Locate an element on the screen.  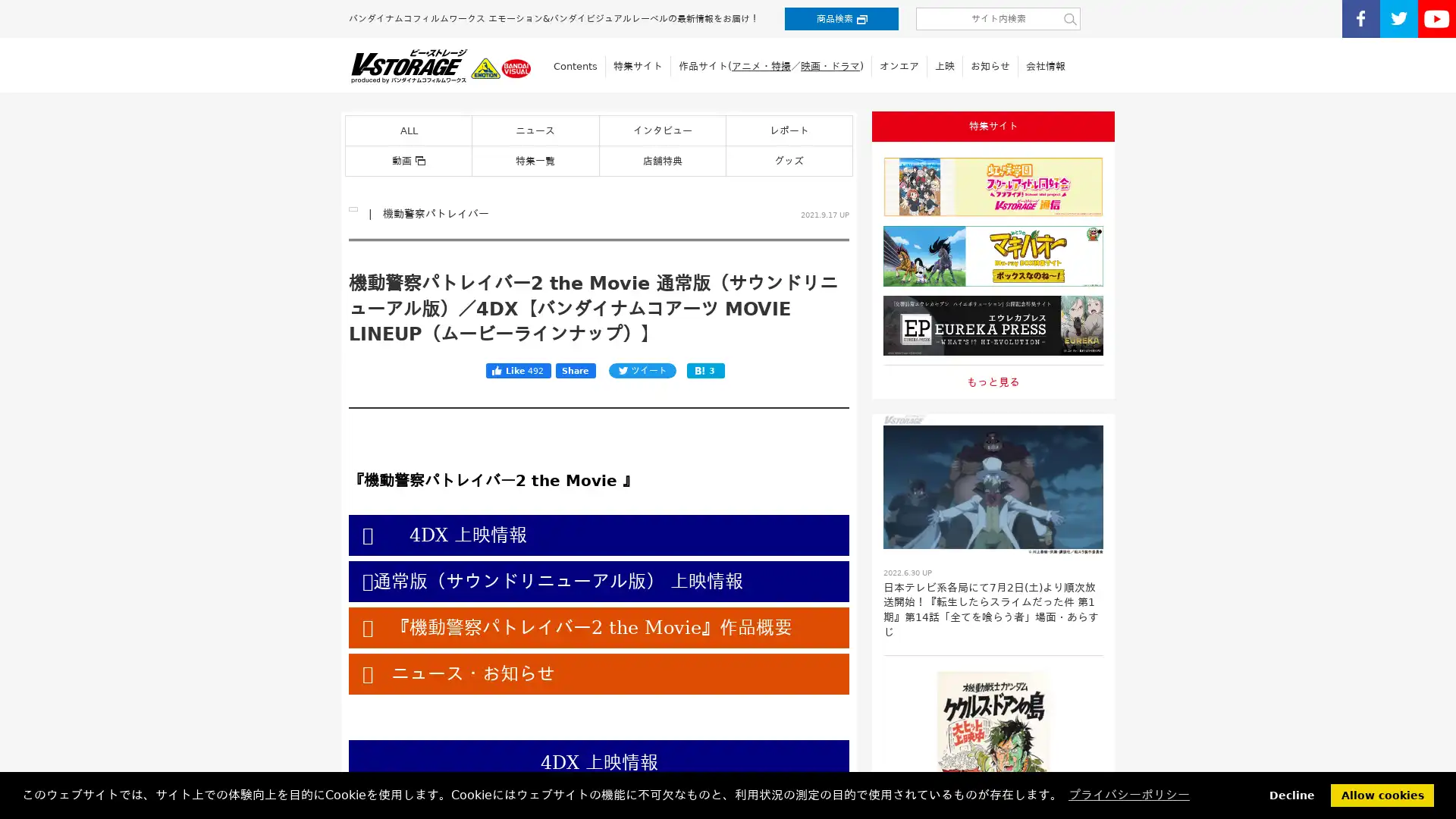
allow cookies is located at coordinates (1382, 795).